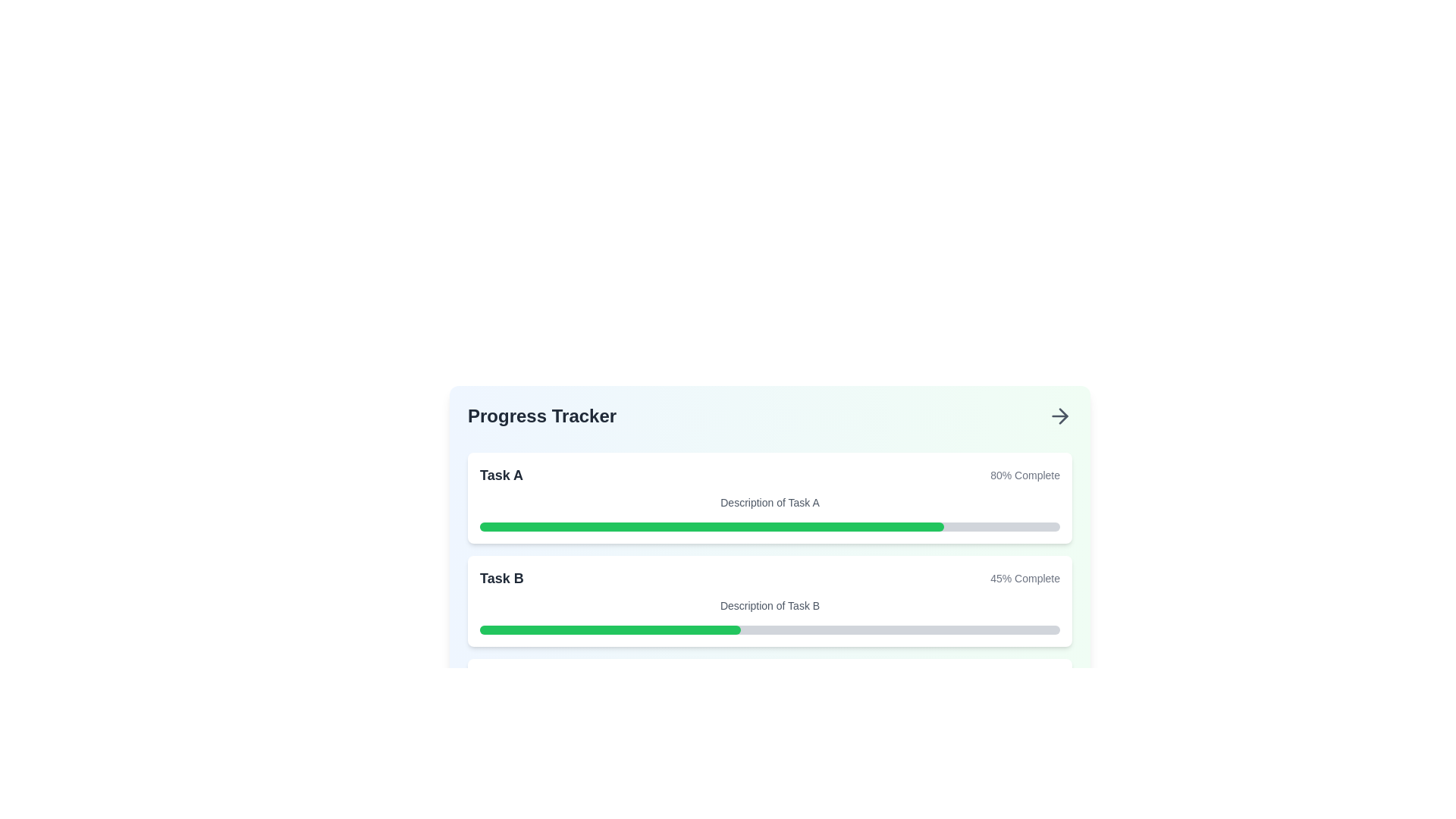 This screenshot has width=1456, height=819. I want to click on completion percentage from the Progress bar component located in the 'Progress Tracker' section, specifically the first task in the list, which visually represents the completion percentage of Task A, so click(770, 516).